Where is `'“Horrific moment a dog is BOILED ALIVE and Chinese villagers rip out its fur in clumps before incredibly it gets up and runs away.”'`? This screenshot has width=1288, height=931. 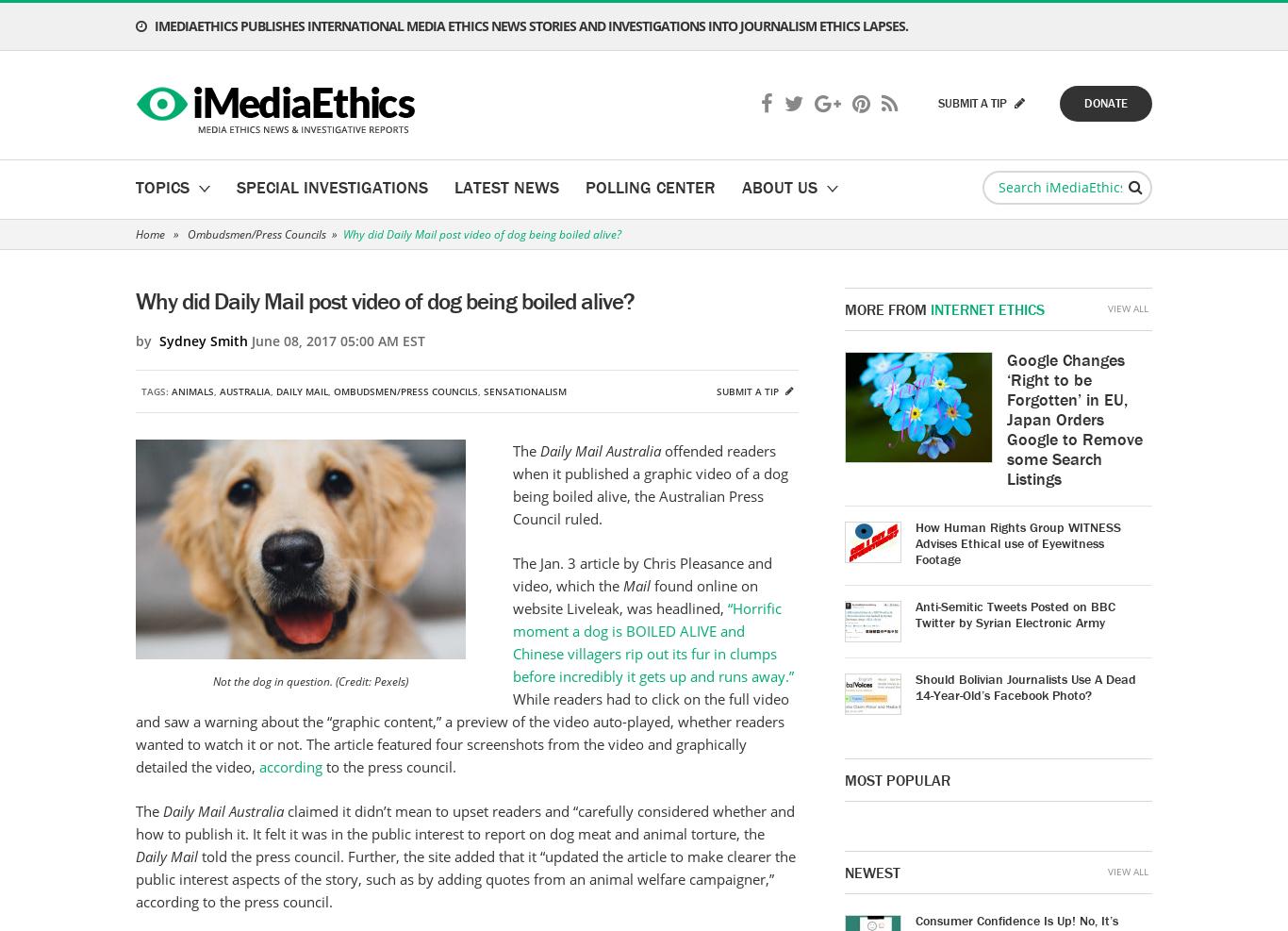 '“Horrific moment a dog is BOILED ALIVE and Chinese villagers rip out its fur in clumps before incredibly it gets up and runs away.”' is located at coordinates (652, 642).